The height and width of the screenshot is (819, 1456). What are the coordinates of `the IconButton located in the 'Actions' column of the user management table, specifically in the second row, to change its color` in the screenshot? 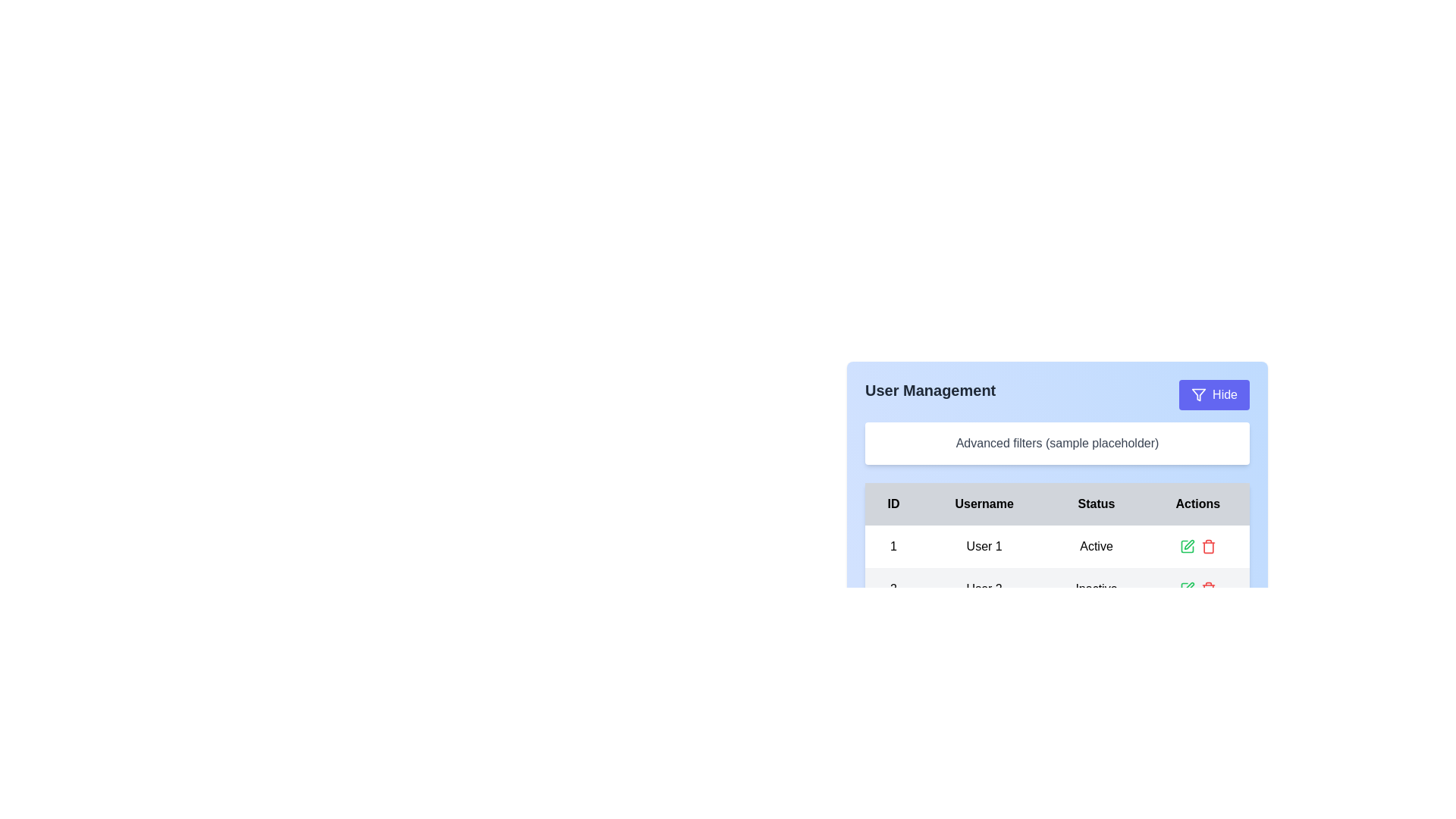 It's located at (1207, 588).